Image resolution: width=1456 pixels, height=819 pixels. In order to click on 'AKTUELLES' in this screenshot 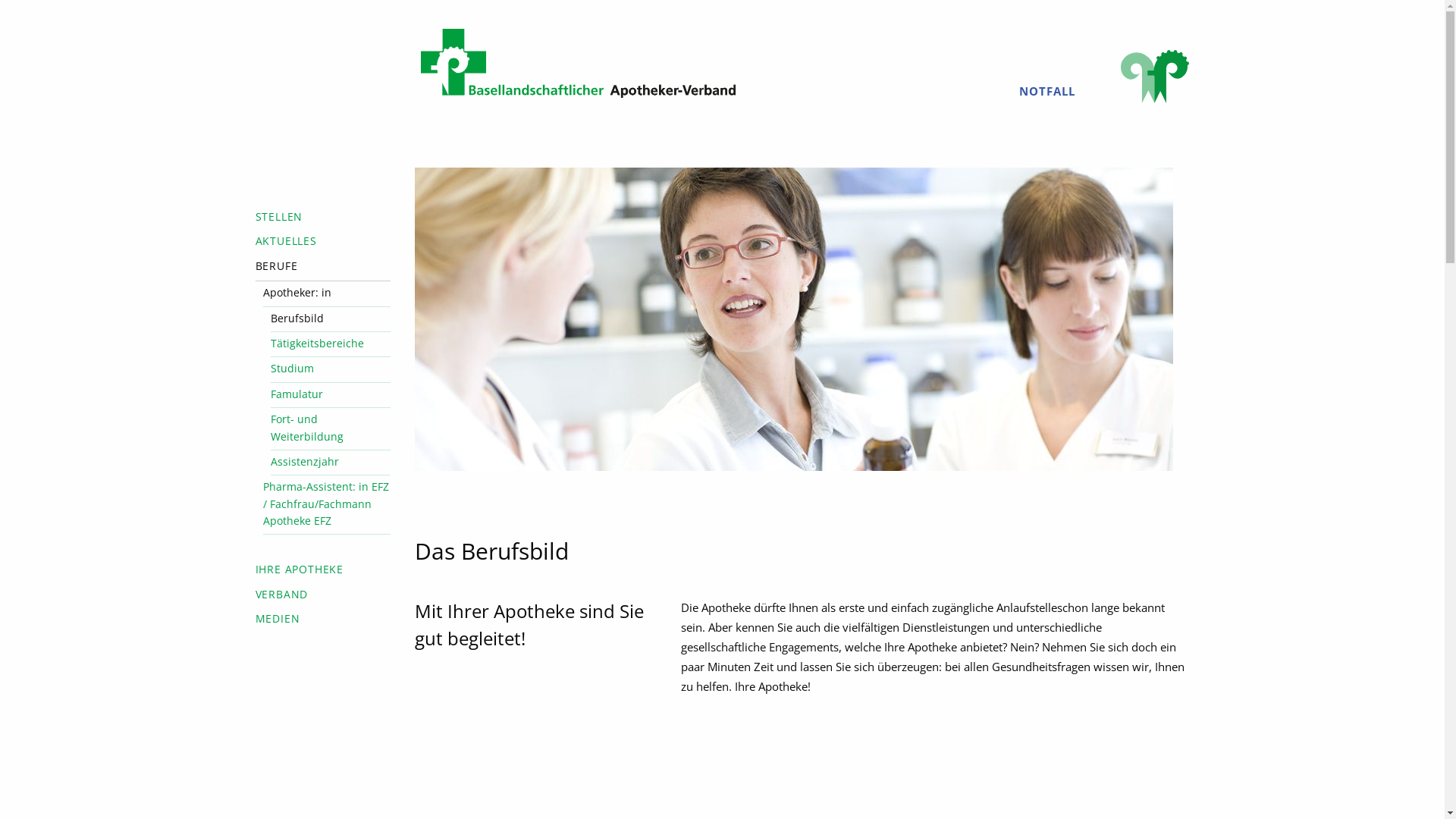, I will do `click(255, 242)`.